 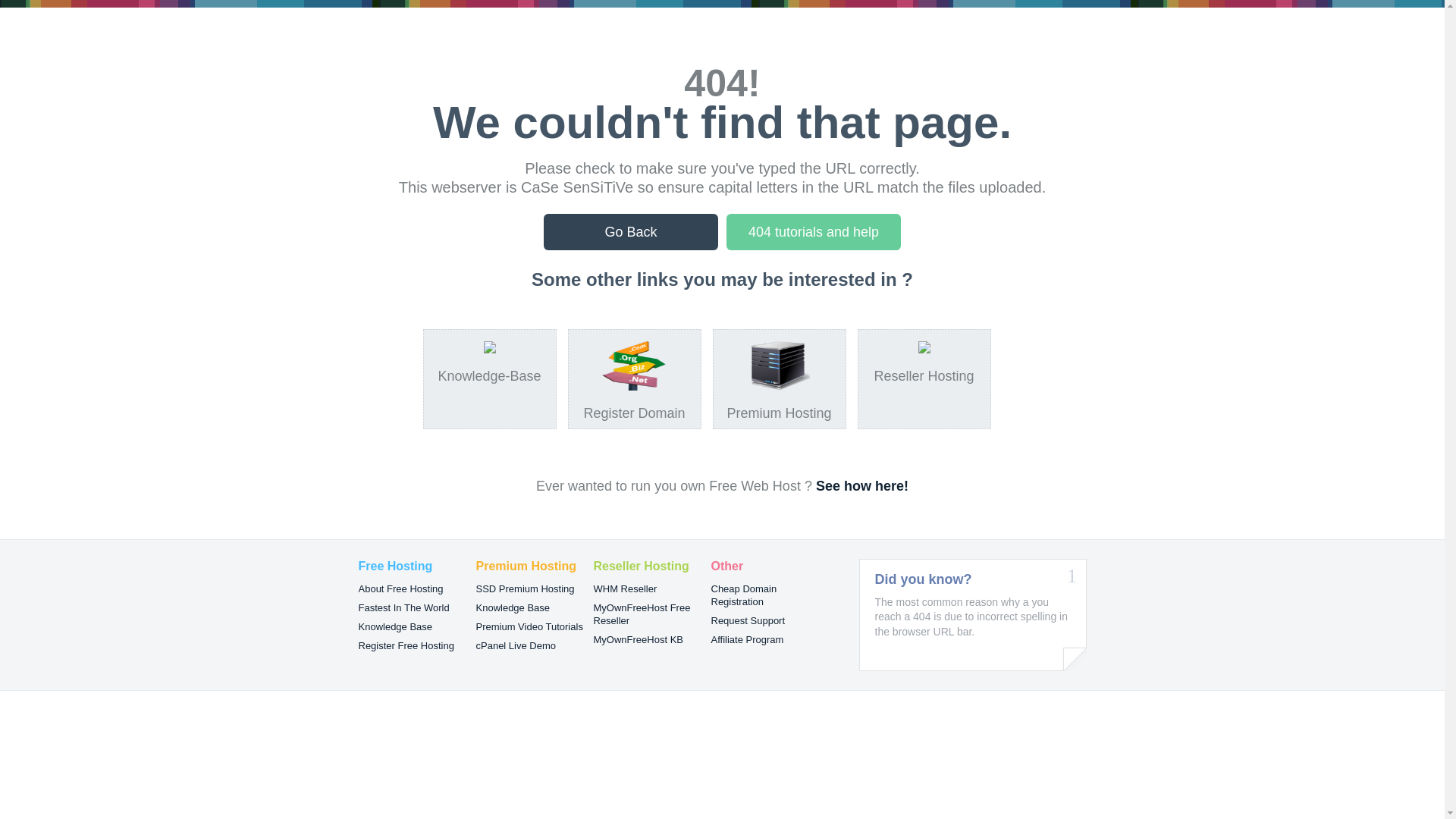 What do you see at coordinates (814, 485) in the screenshot?
I see `'See how here!'` at bounding box center [814, 485].